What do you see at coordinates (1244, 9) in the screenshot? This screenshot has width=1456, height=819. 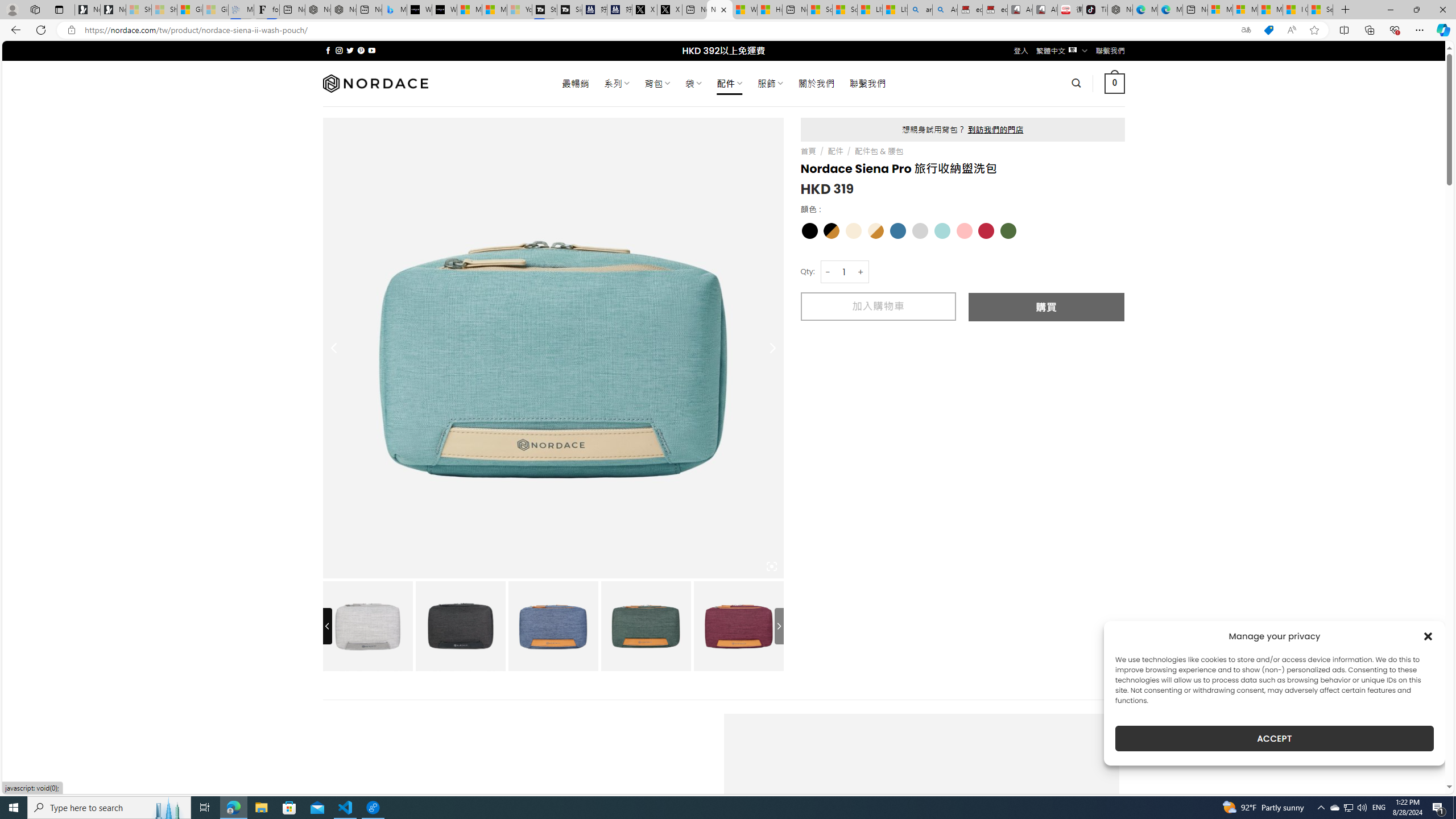 I see `'Microsoft account | Privacy'` at bounding box center [1244, 9].